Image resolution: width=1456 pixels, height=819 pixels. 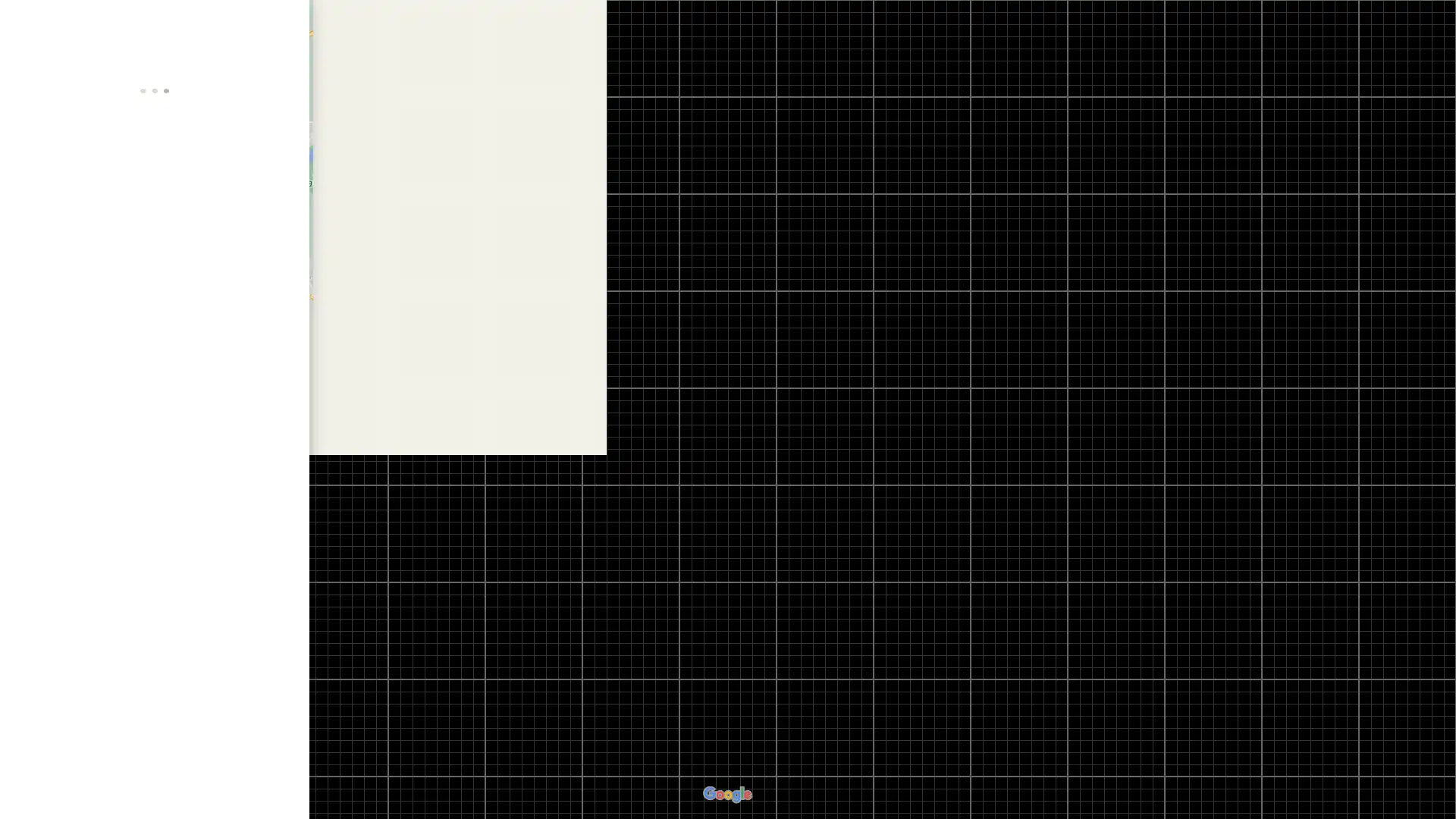 What do you see at coordinates (240, 24) in the screenshot?
I see `Search` at bounding box center [240, 24].